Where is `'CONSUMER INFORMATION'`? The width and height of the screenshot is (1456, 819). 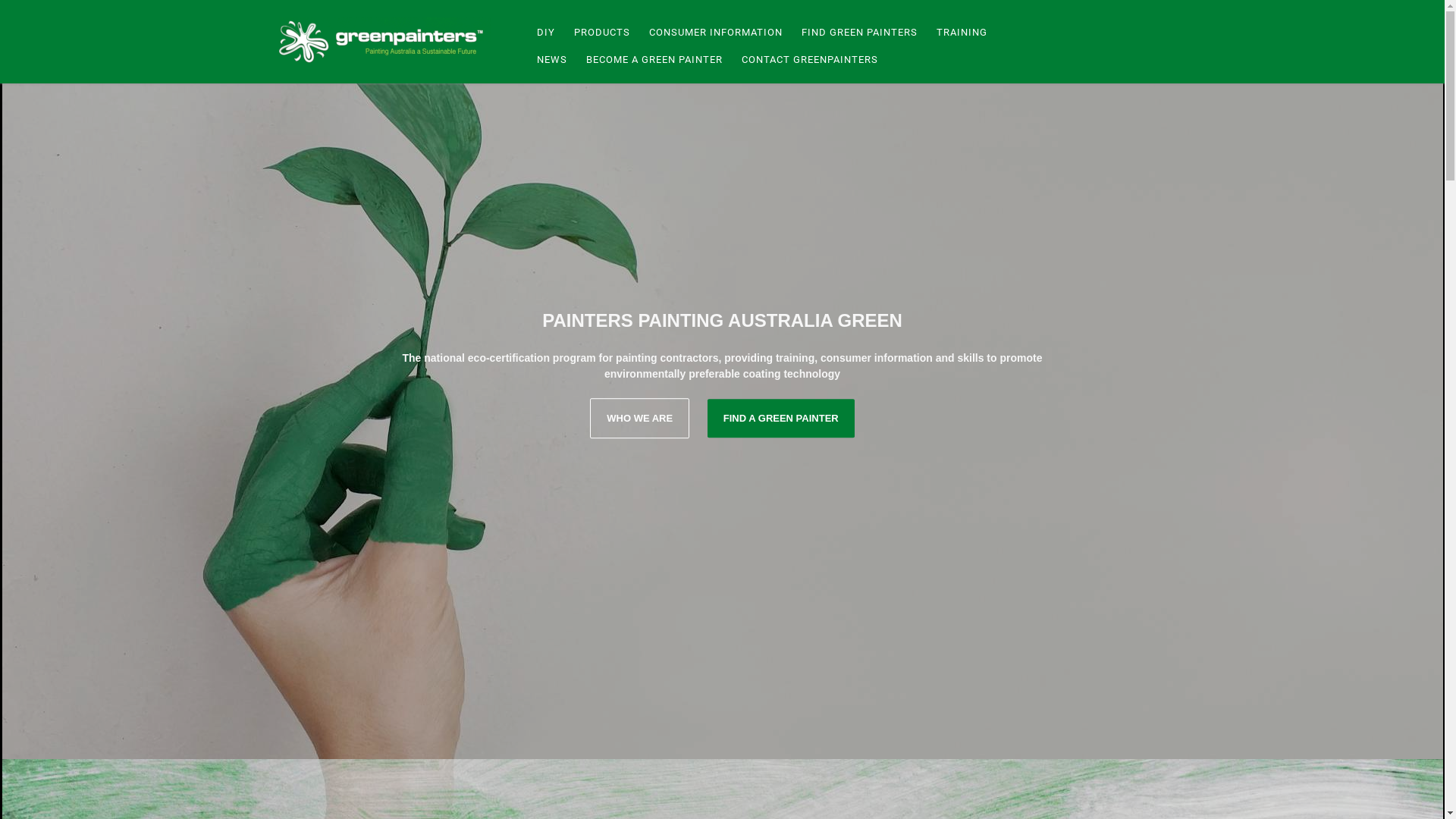
'CONSUMER INFORMATION' is located at coordinates (712, 32).